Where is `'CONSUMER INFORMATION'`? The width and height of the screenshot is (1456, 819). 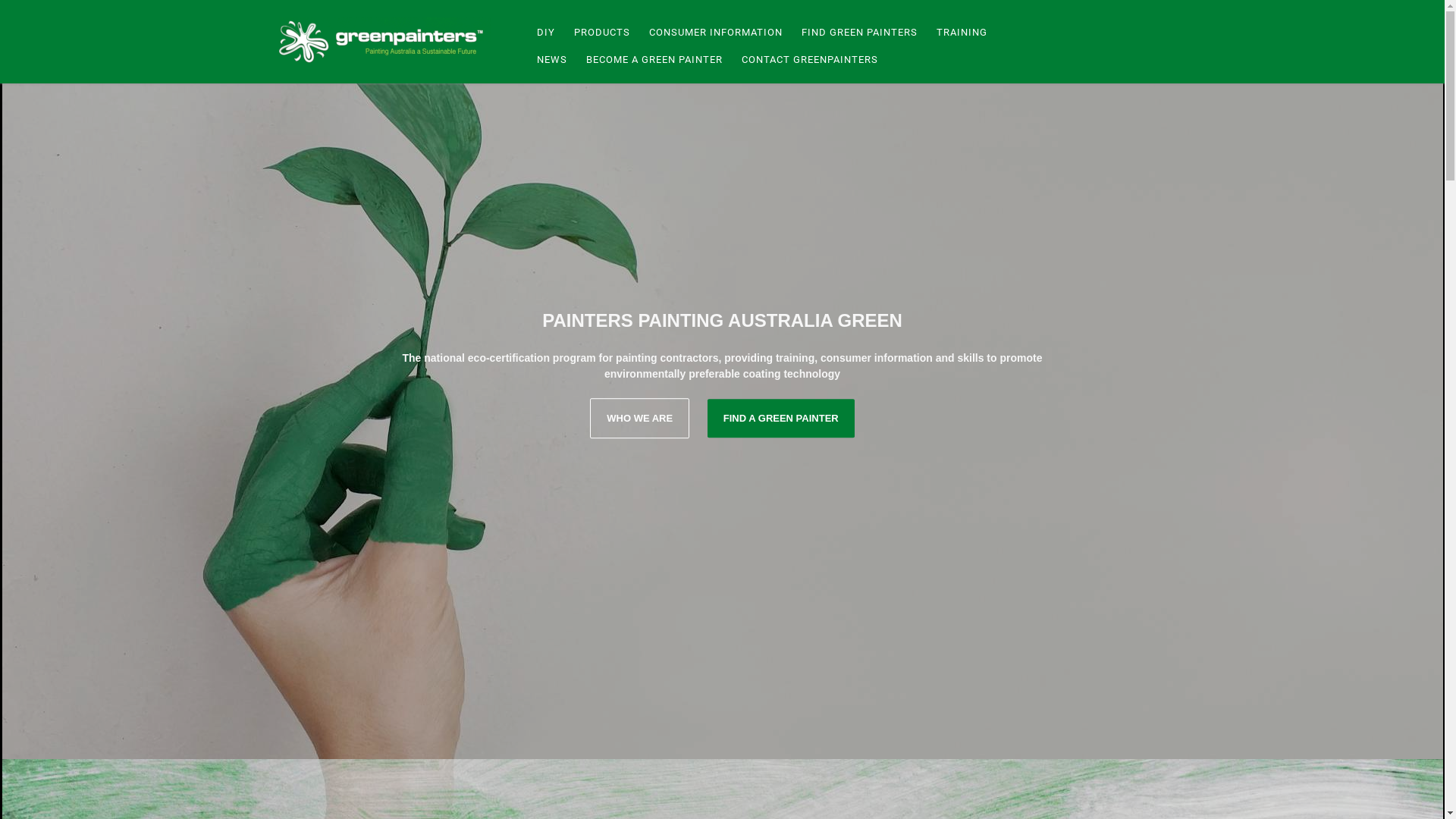
'CONSUMER INFORMATION' is located at coordinates (712, 32).